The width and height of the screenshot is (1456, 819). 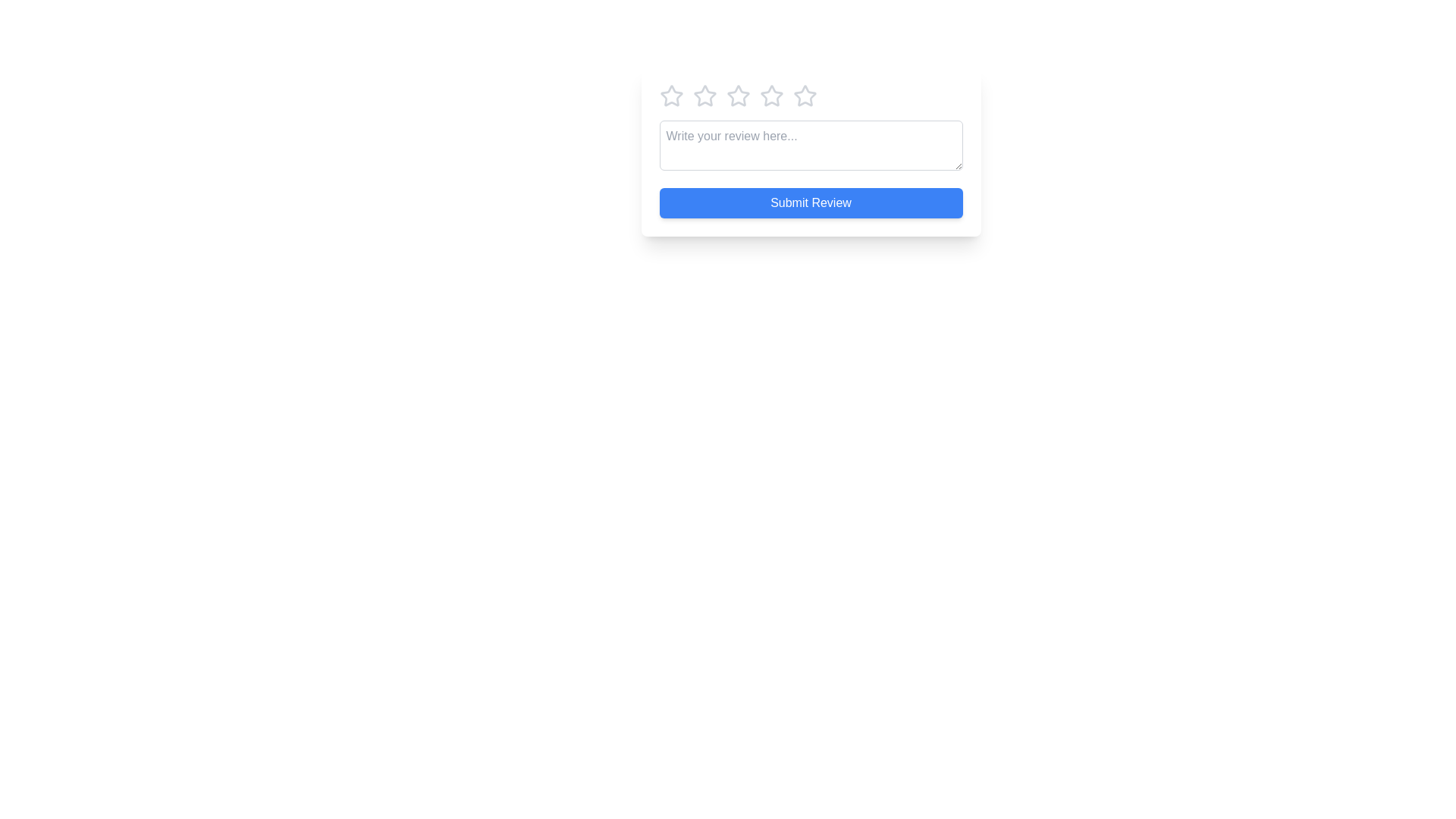 What do you see at coordinates (670, 96) in the screenshot?
I see `the first star in the rating component` at bounding box center [670, 96].